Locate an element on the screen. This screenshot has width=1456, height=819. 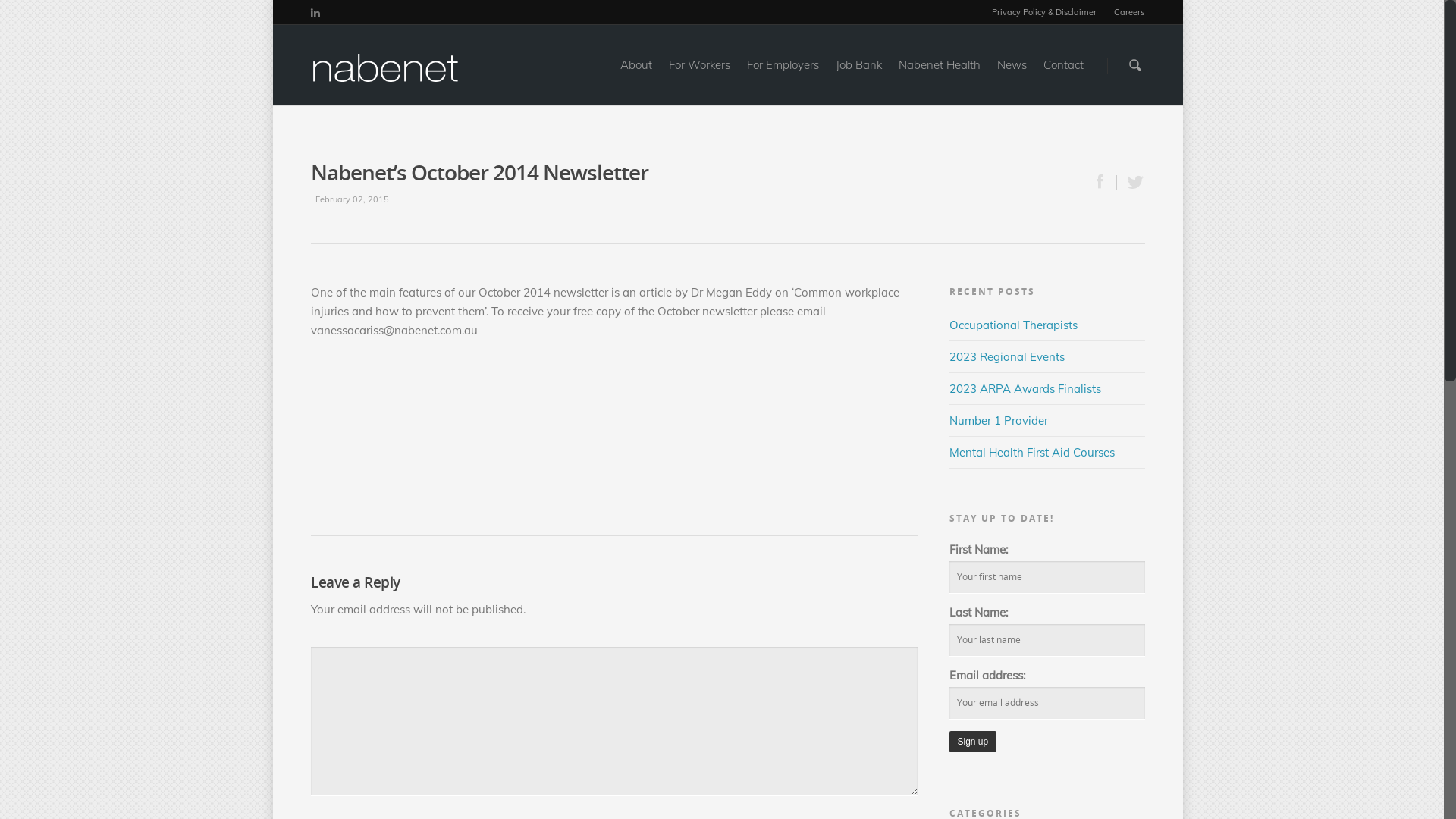
'Contact' is located at coordinates (1062, 76).